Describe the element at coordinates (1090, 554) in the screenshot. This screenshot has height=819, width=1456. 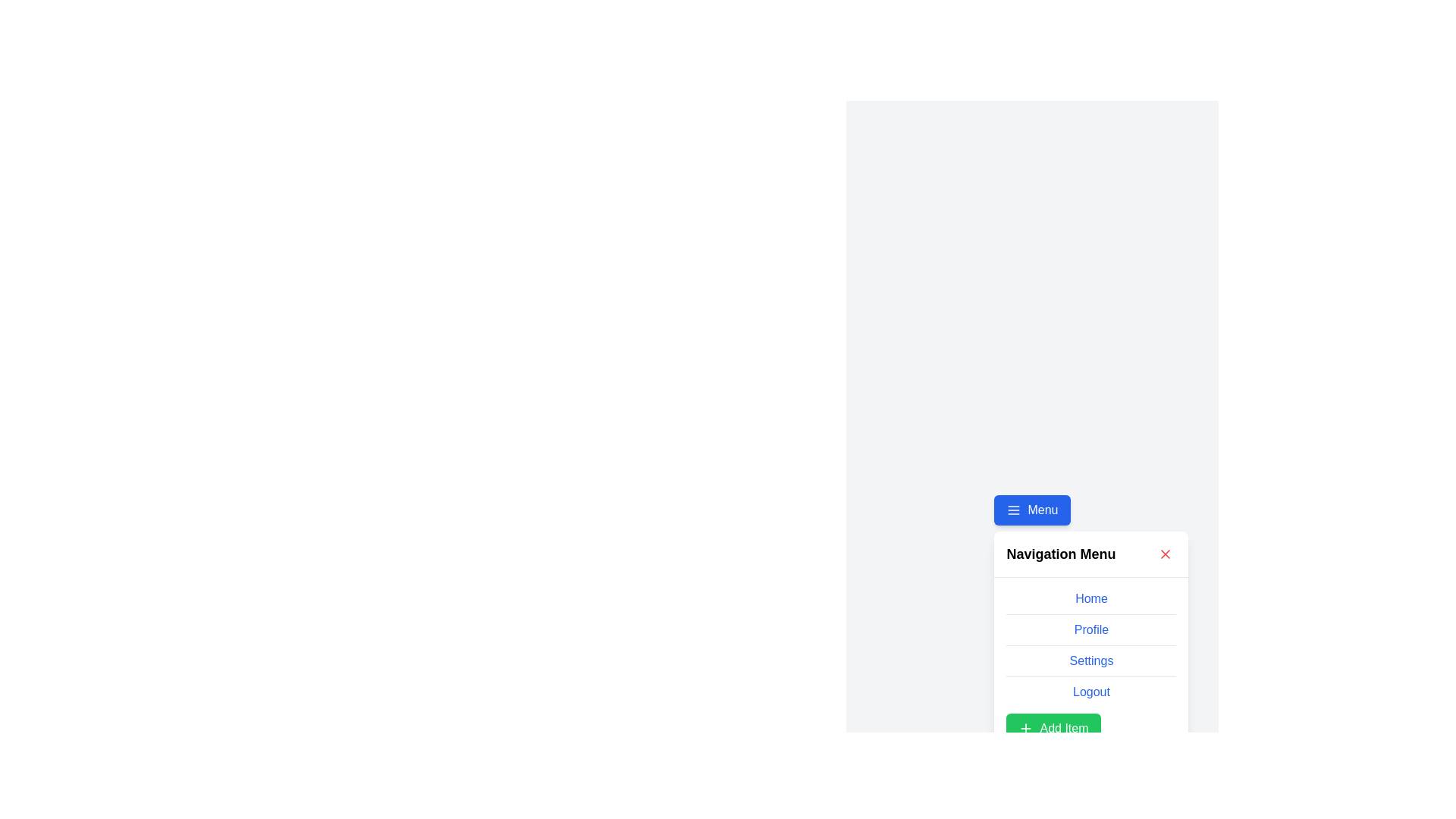
I see `the 'Navigation Menu' header with close button` at that location.